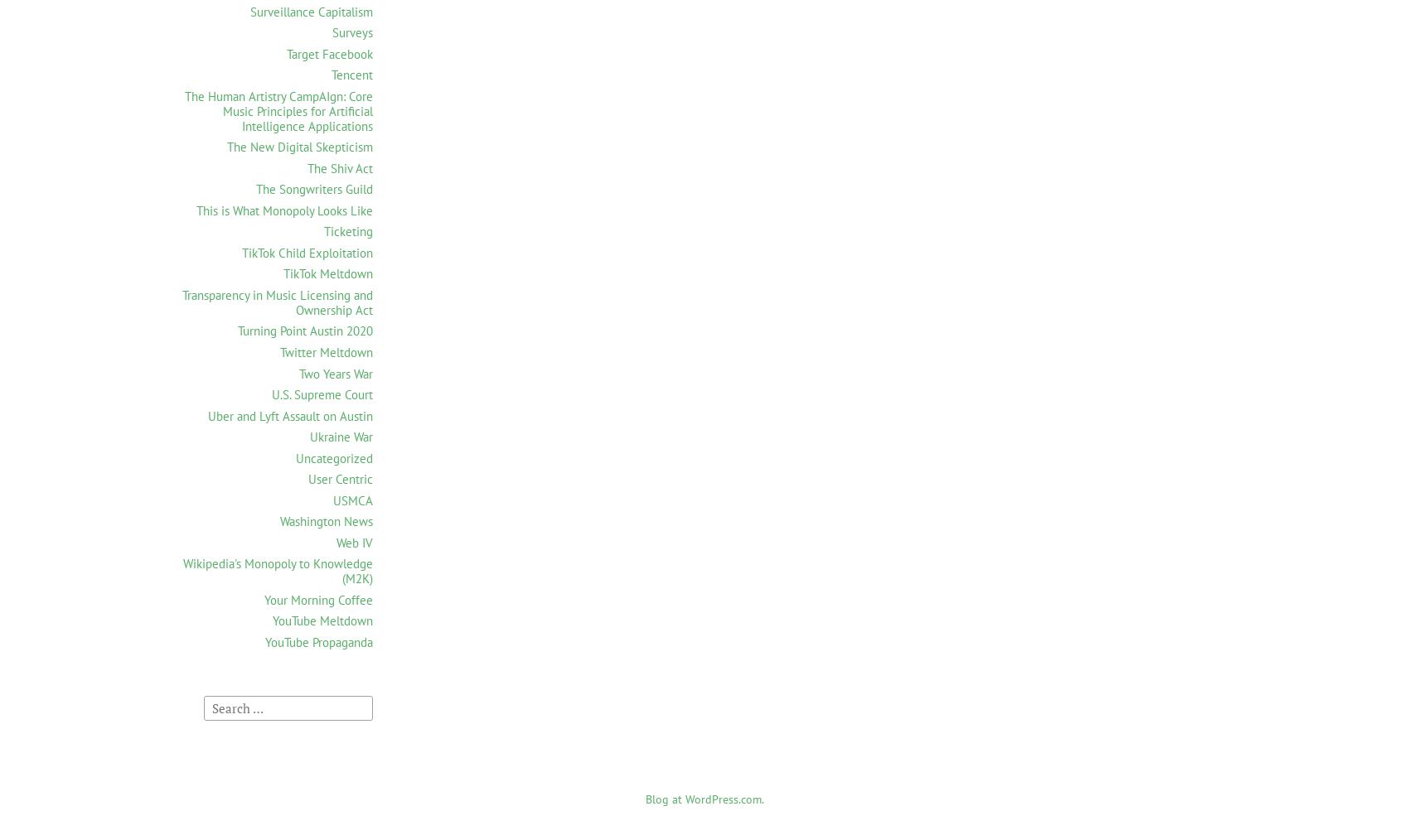 The image size is (1409, 840). What do you see at coordinates (341, 436) in the screenshot?
I see `'Ukraine War'` at bounding box center [341, 436].